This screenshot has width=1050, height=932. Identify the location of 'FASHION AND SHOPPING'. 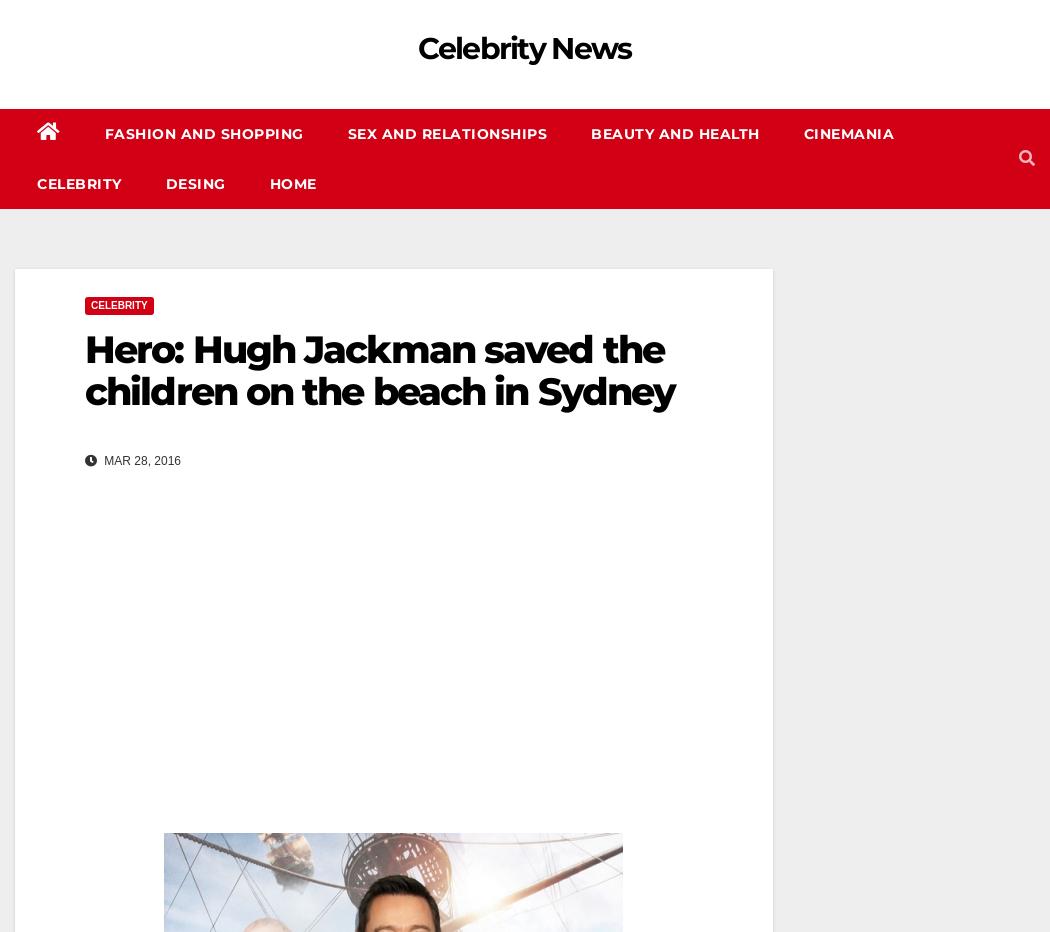
(103, 133).